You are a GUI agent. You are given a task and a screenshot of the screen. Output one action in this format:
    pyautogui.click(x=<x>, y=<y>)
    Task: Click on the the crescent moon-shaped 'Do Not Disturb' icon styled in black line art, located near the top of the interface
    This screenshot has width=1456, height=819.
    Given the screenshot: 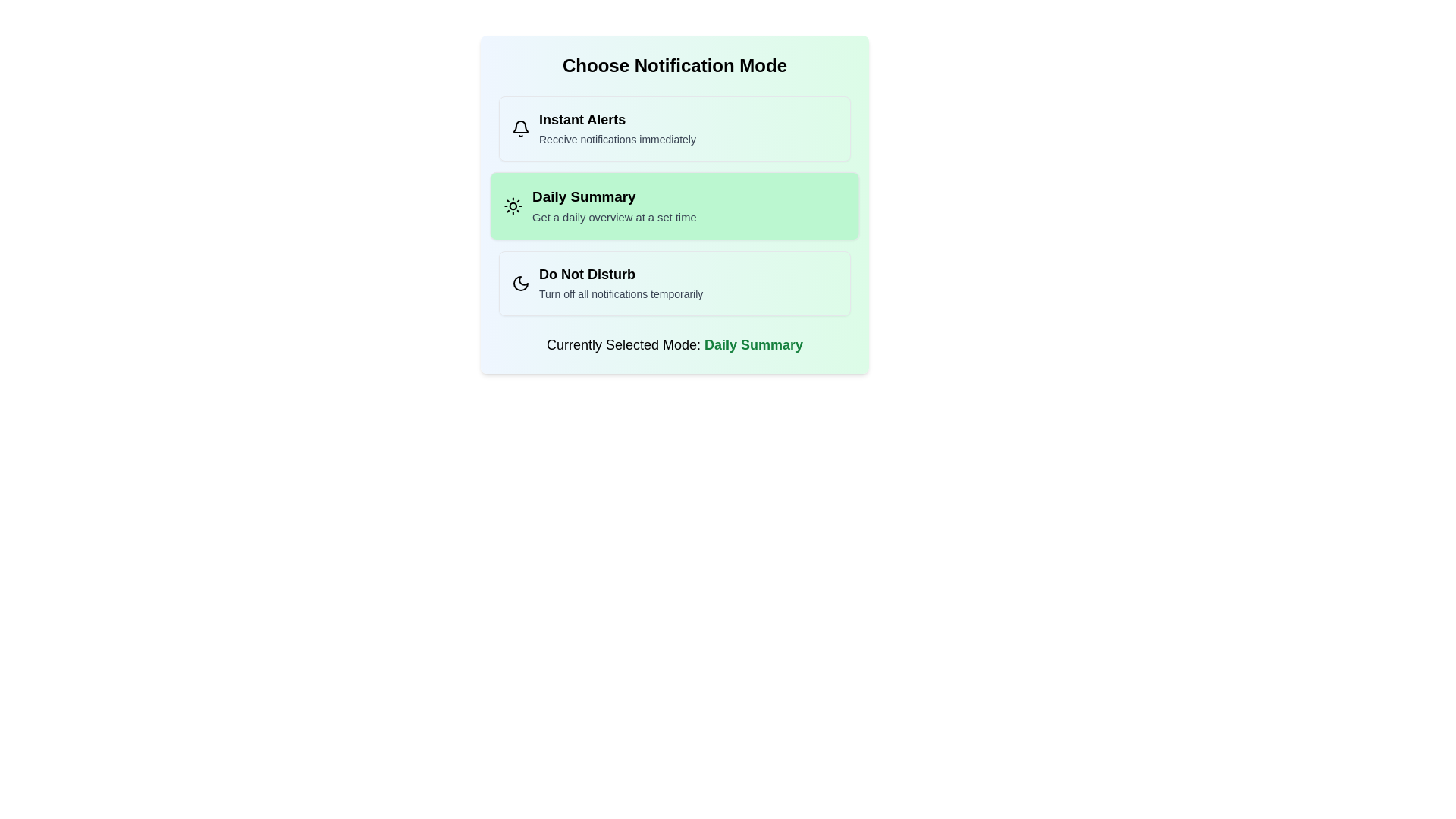 What is the action you would take?
    pyautogui.click(x=520, y=284)
    